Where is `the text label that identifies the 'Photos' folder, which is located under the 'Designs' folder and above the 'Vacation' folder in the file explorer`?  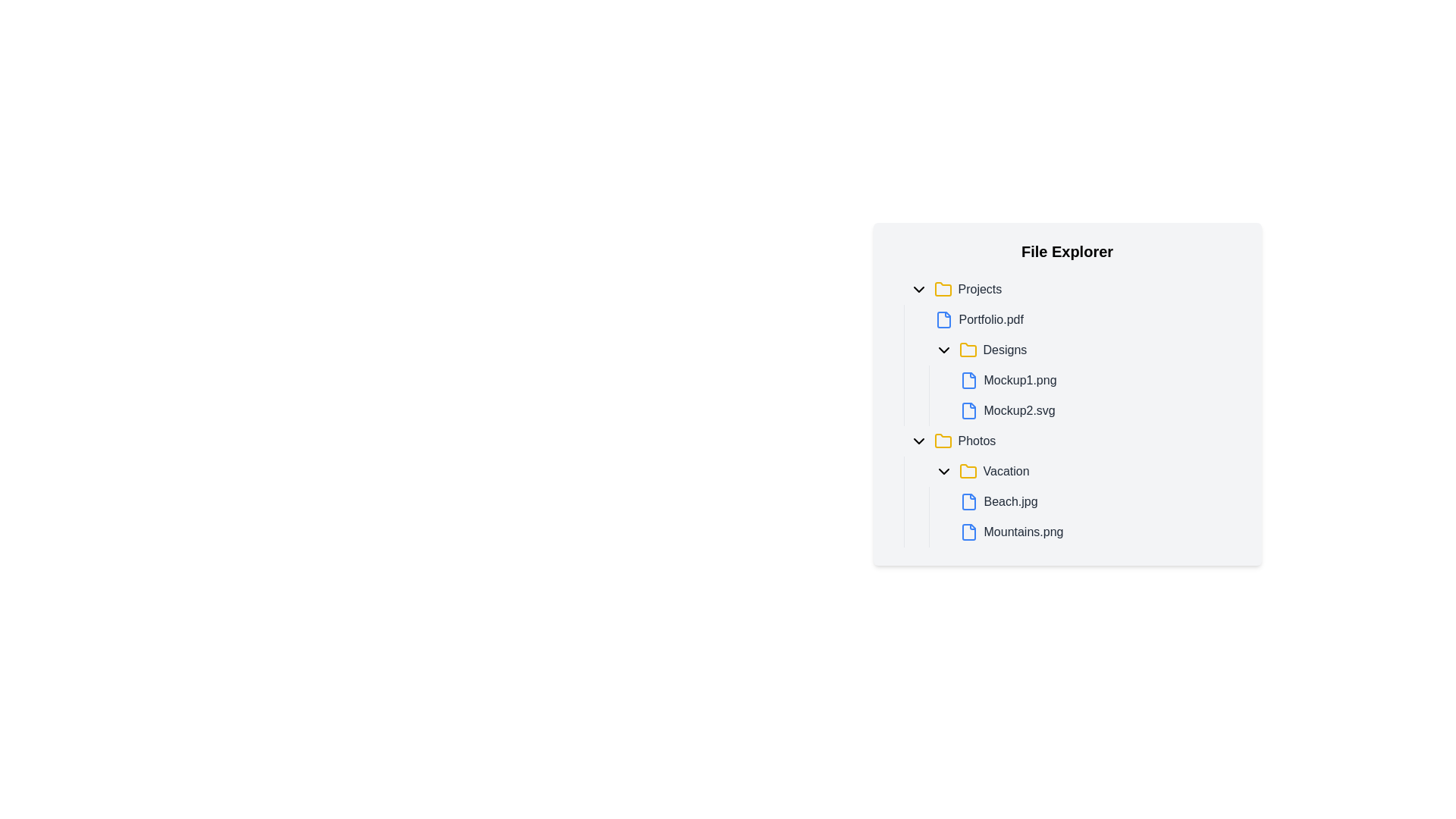
the text label that identifies the 'Photos' folder, which is located under the 'Designs' folder and above the 'Vacation' folder in the file explorer is located at coordinates (977, 441).